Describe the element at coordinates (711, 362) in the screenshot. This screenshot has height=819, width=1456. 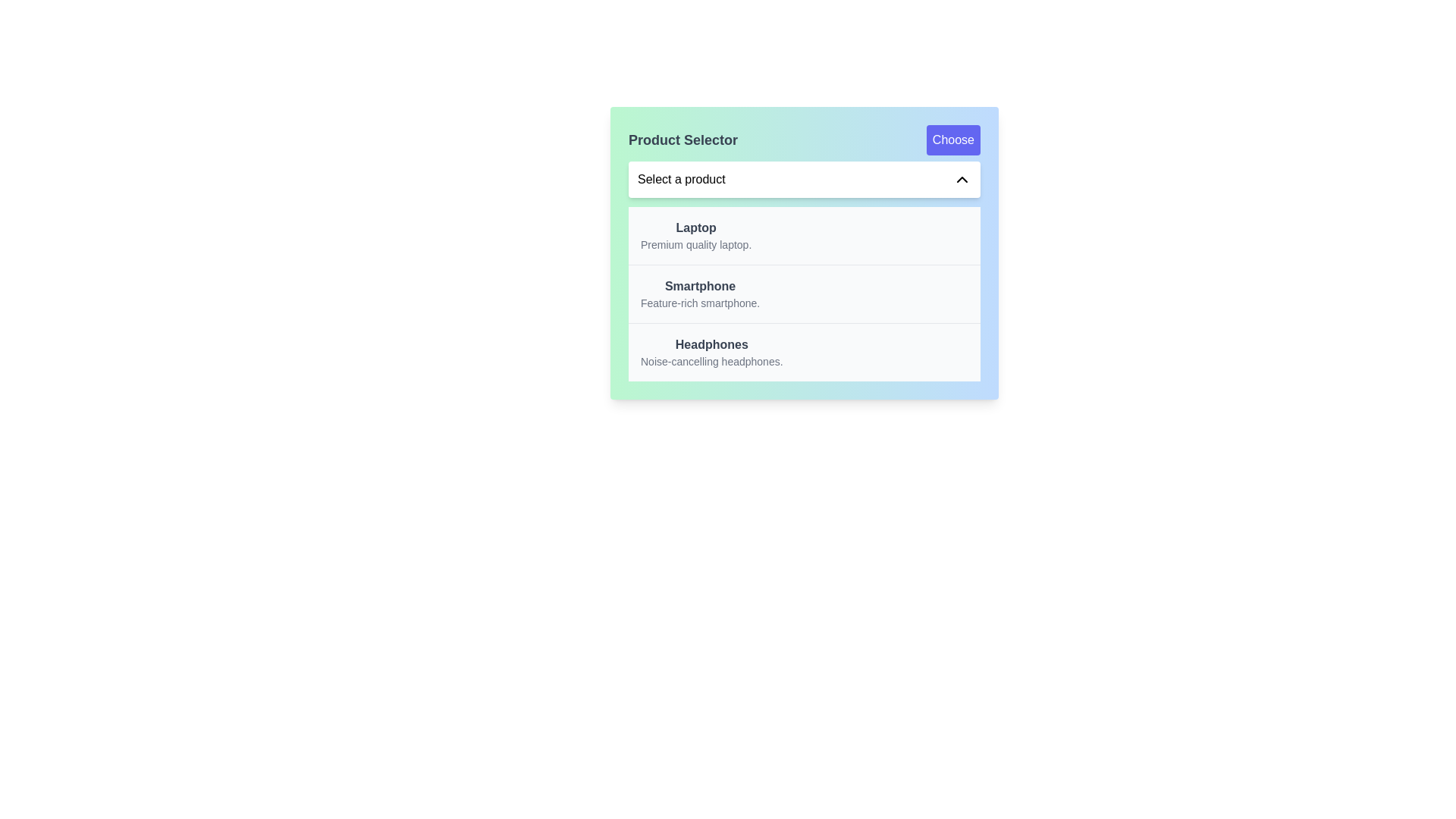
I see `the text label containing 'Noise-cancelling headphones.' located below the bold 'Headphones' text in the dropdown menu` at that location.